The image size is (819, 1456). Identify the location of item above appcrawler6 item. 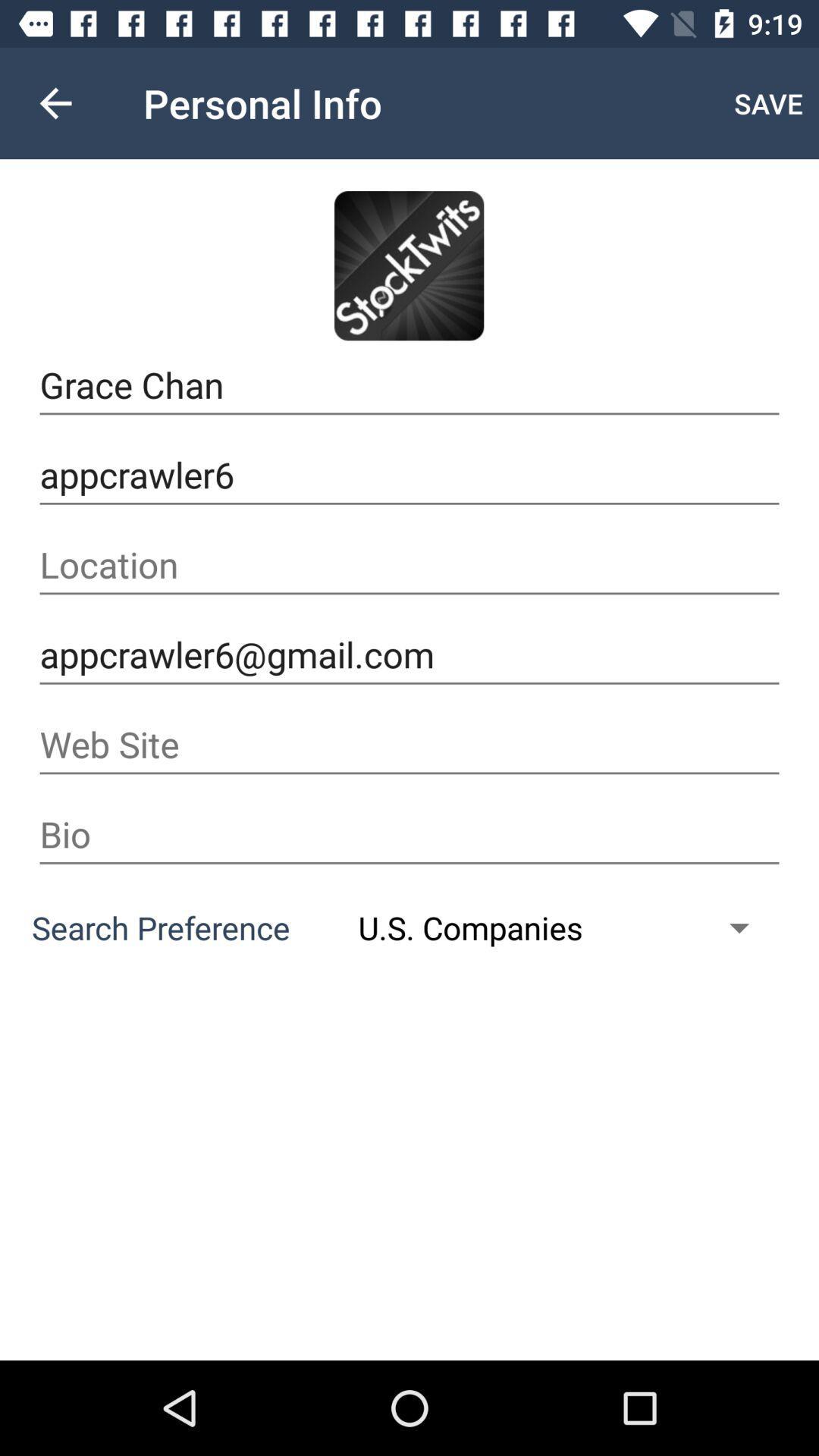
(409, 385).